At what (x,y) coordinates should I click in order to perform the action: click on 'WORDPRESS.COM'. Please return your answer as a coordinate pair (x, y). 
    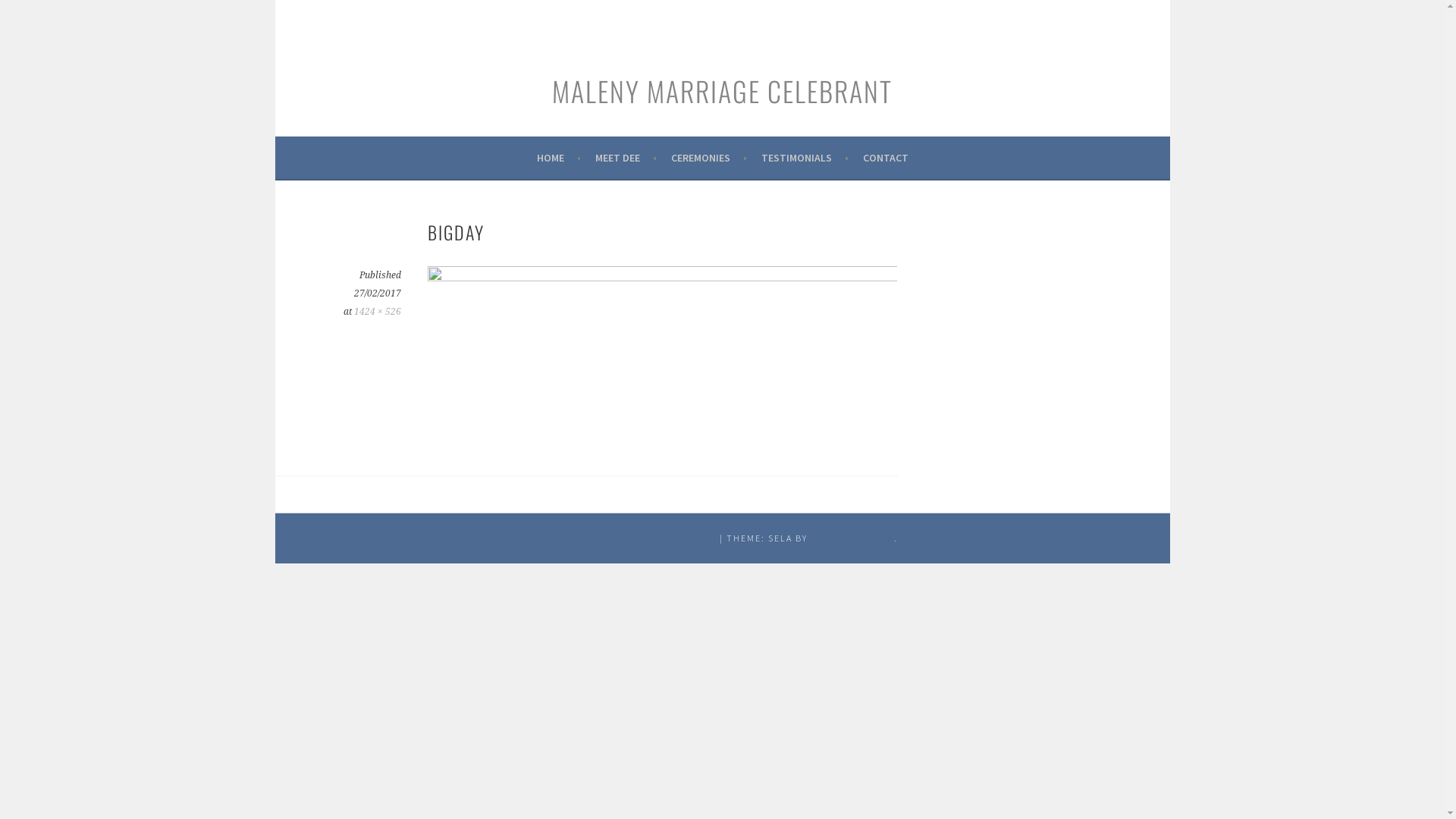
    Looking at the image, I should click on (852, 537).